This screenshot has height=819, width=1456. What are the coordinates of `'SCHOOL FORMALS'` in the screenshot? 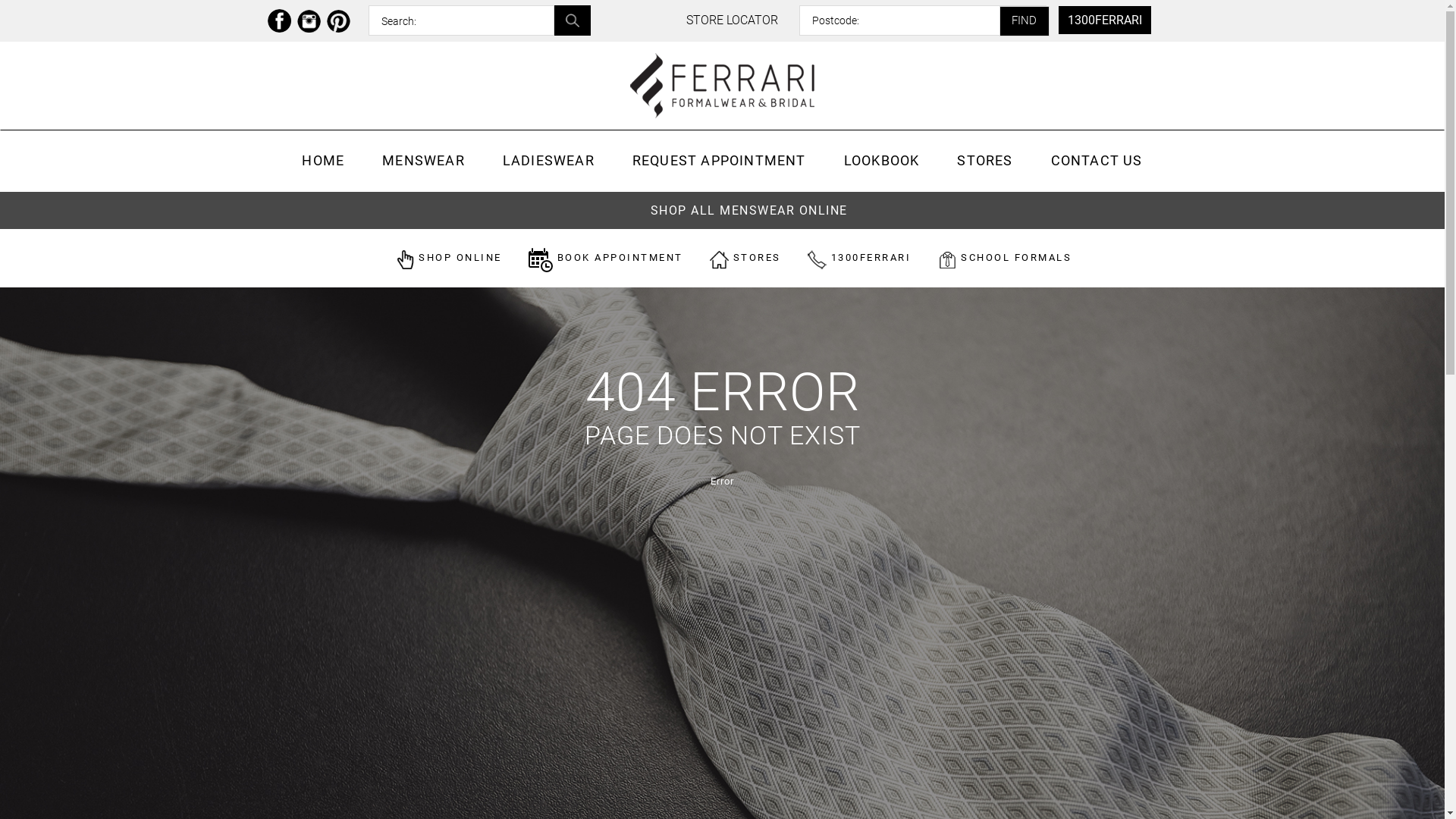 It's located at (993, 256).